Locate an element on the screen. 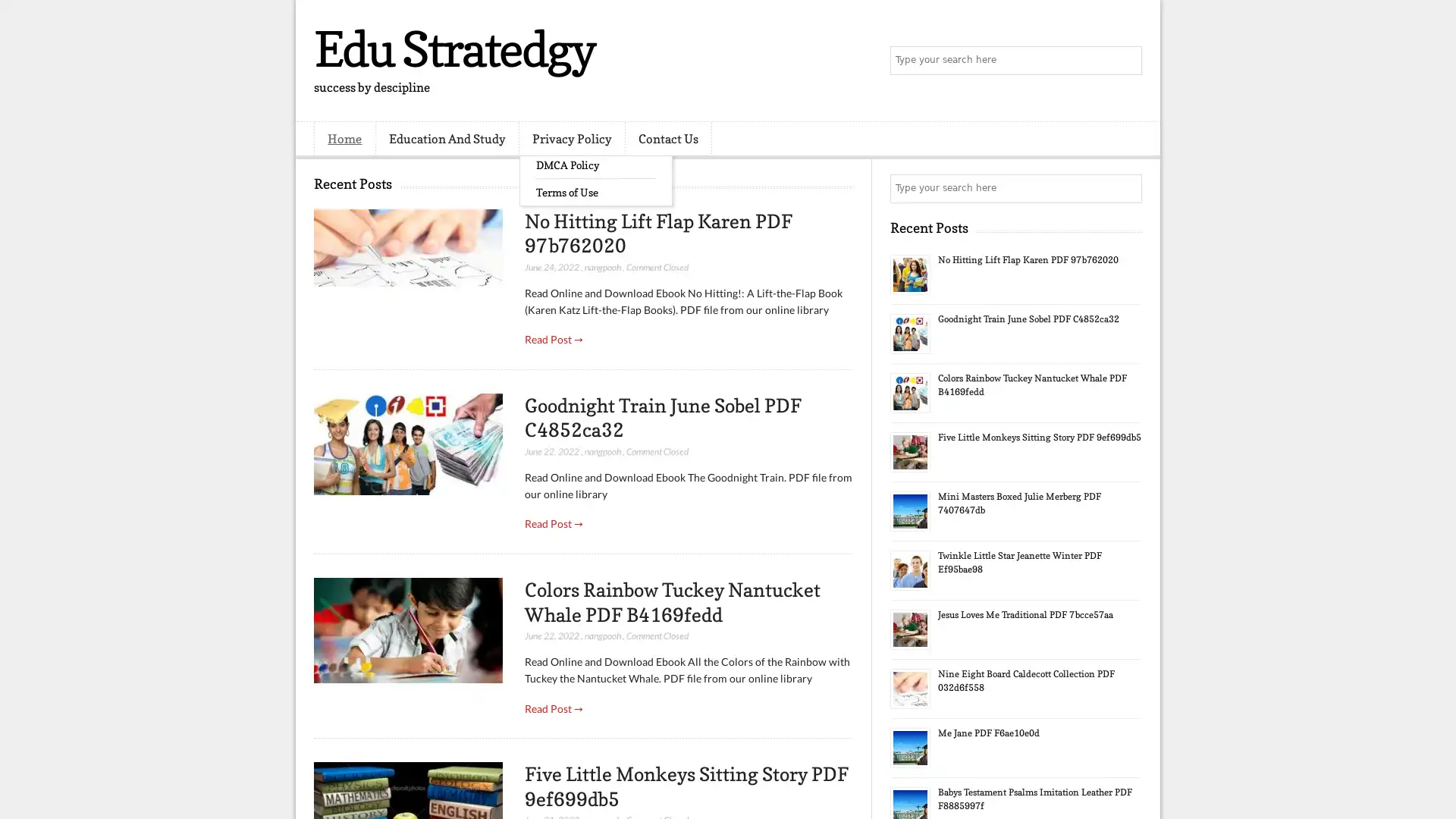 The width and height of the screenshot is (1456, 819). Search is located at coordinates (1126, 188).